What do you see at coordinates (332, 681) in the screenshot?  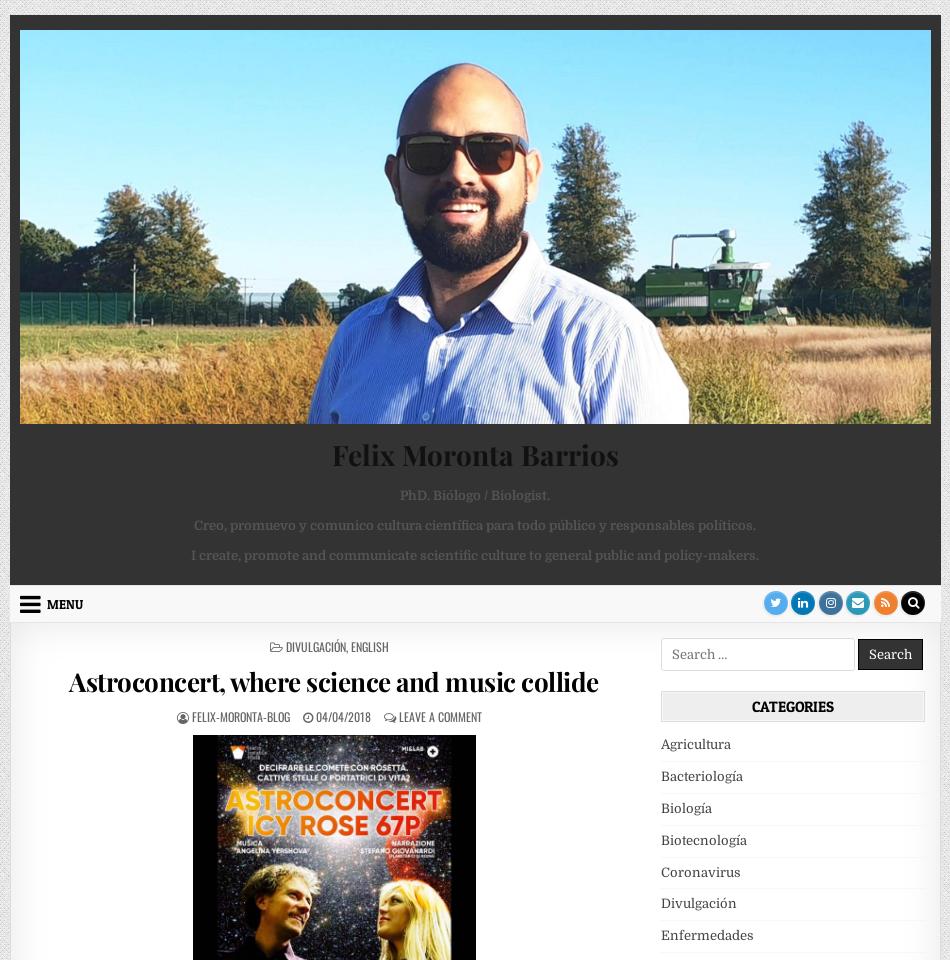 I see `'Astroconcert, where science and music collide'` at bounding box center [332, 681].